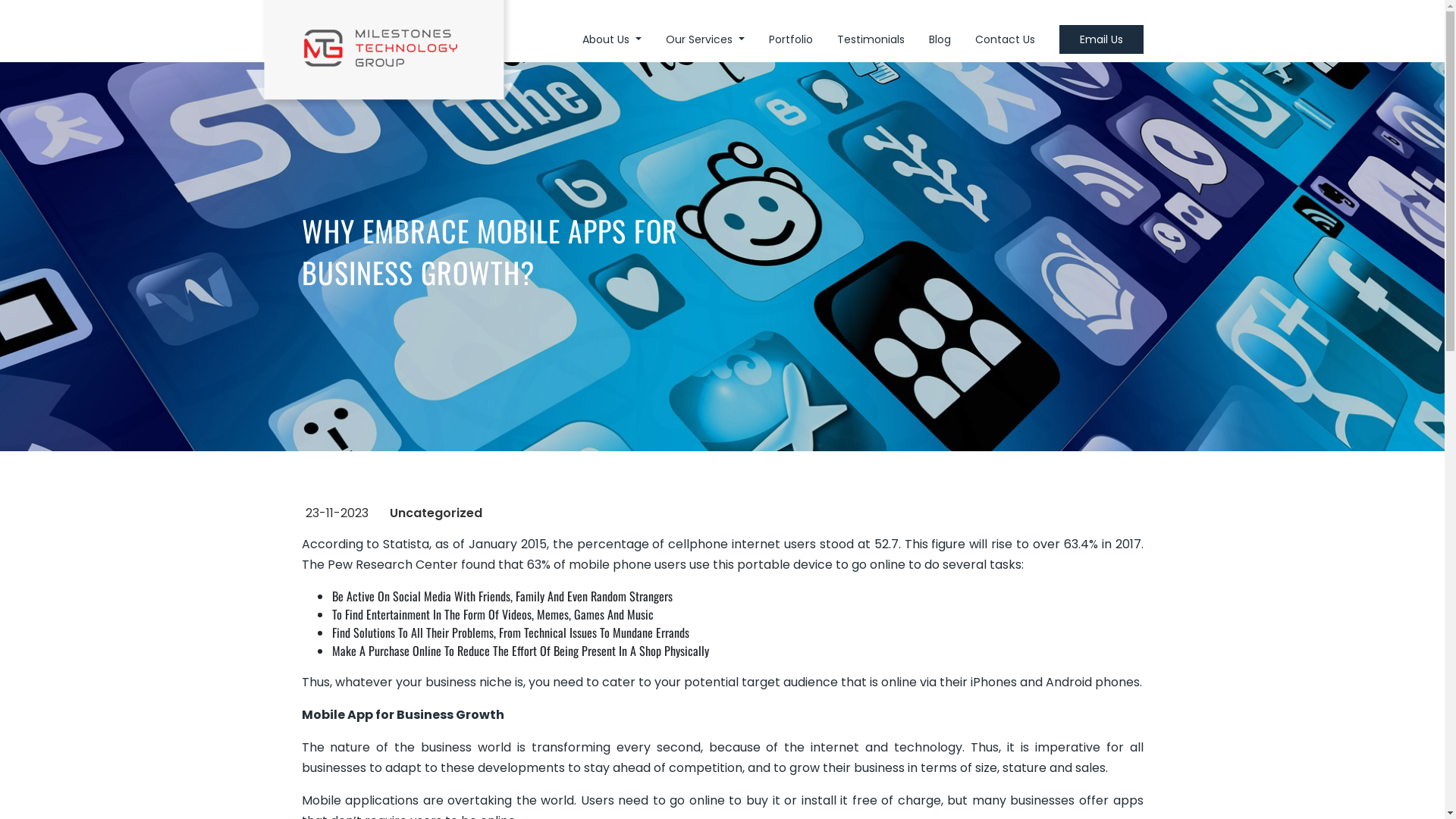 The height and width of the screenshot is (819, 1456). I want to click on 'Testimonials', so click(871, 38).